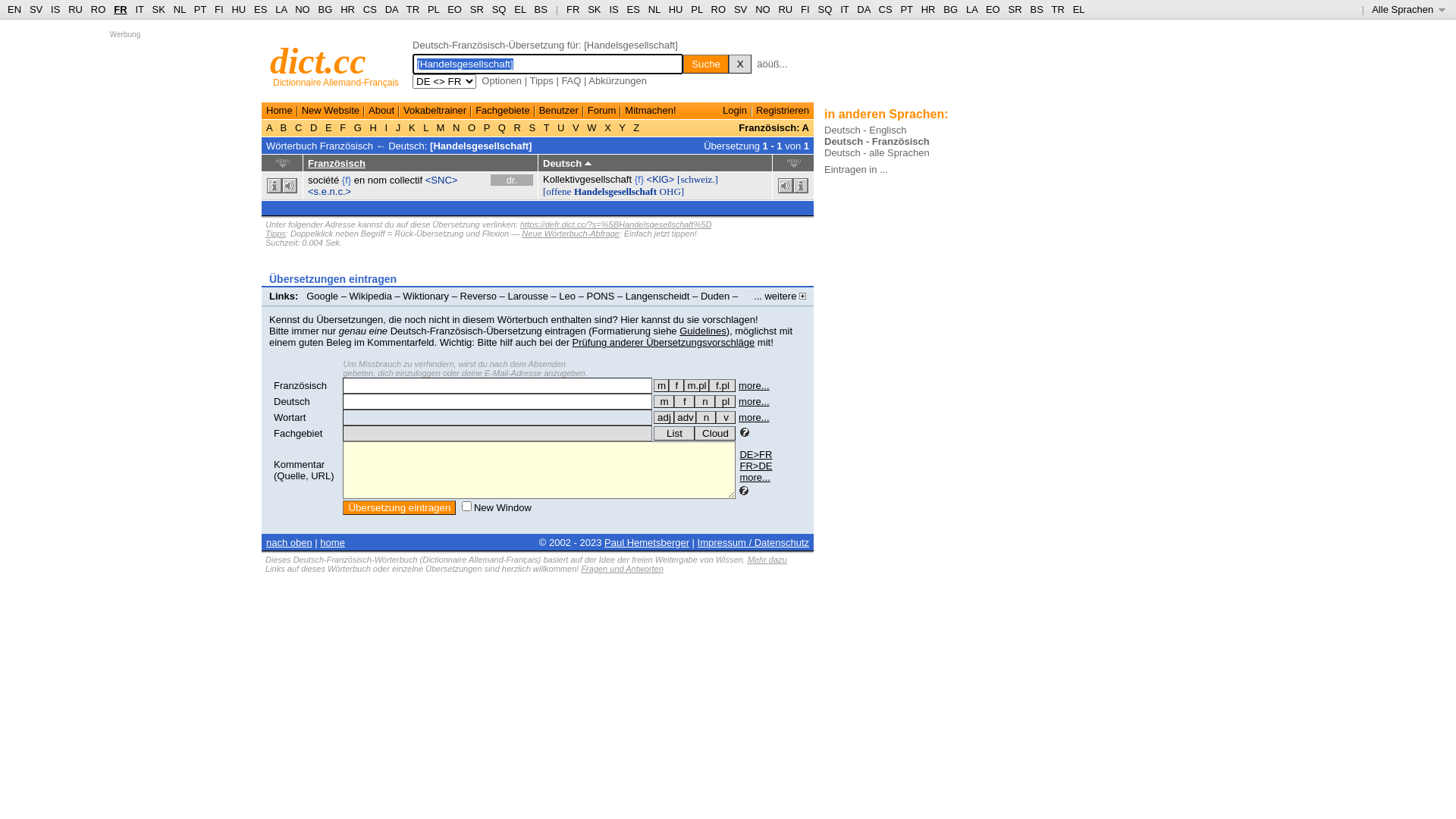 The height and width of the screenshot is (819, 1456). I want to click on 'Z', so click(630, 127).